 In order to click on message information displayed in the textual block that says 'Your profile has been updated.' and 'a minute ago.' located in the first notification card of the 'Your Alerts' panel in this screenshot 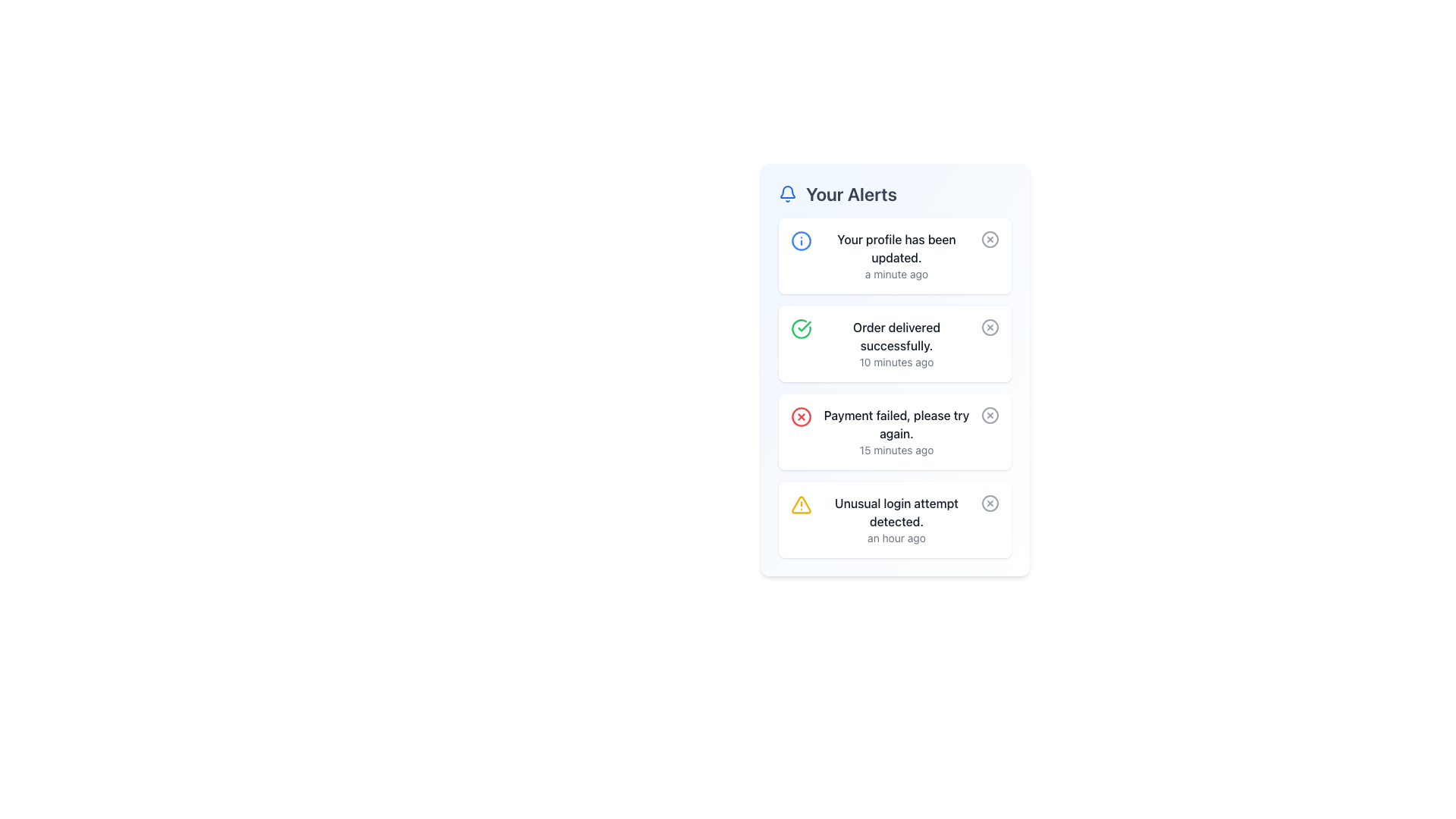, I will do `click(896, 256)`.